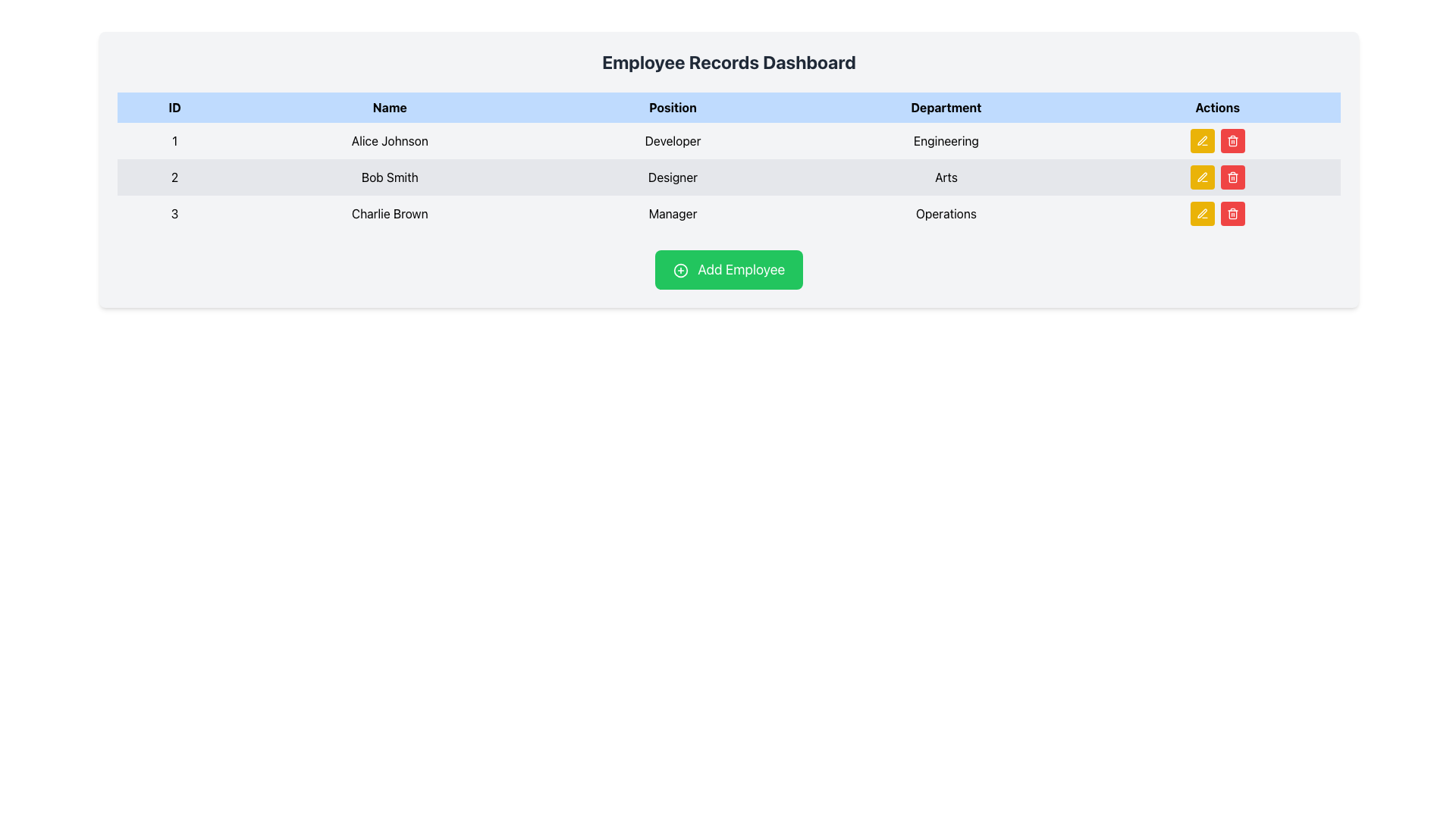 The image size is (1456, 819). What do you see at coordinates (389, 107) in the screenshot?
I see `the 'Name' column header cell, which is located in the second column of the header row in the table, positioned between the 'ID' and 'Position' columns` at bounding box center [389, 107].